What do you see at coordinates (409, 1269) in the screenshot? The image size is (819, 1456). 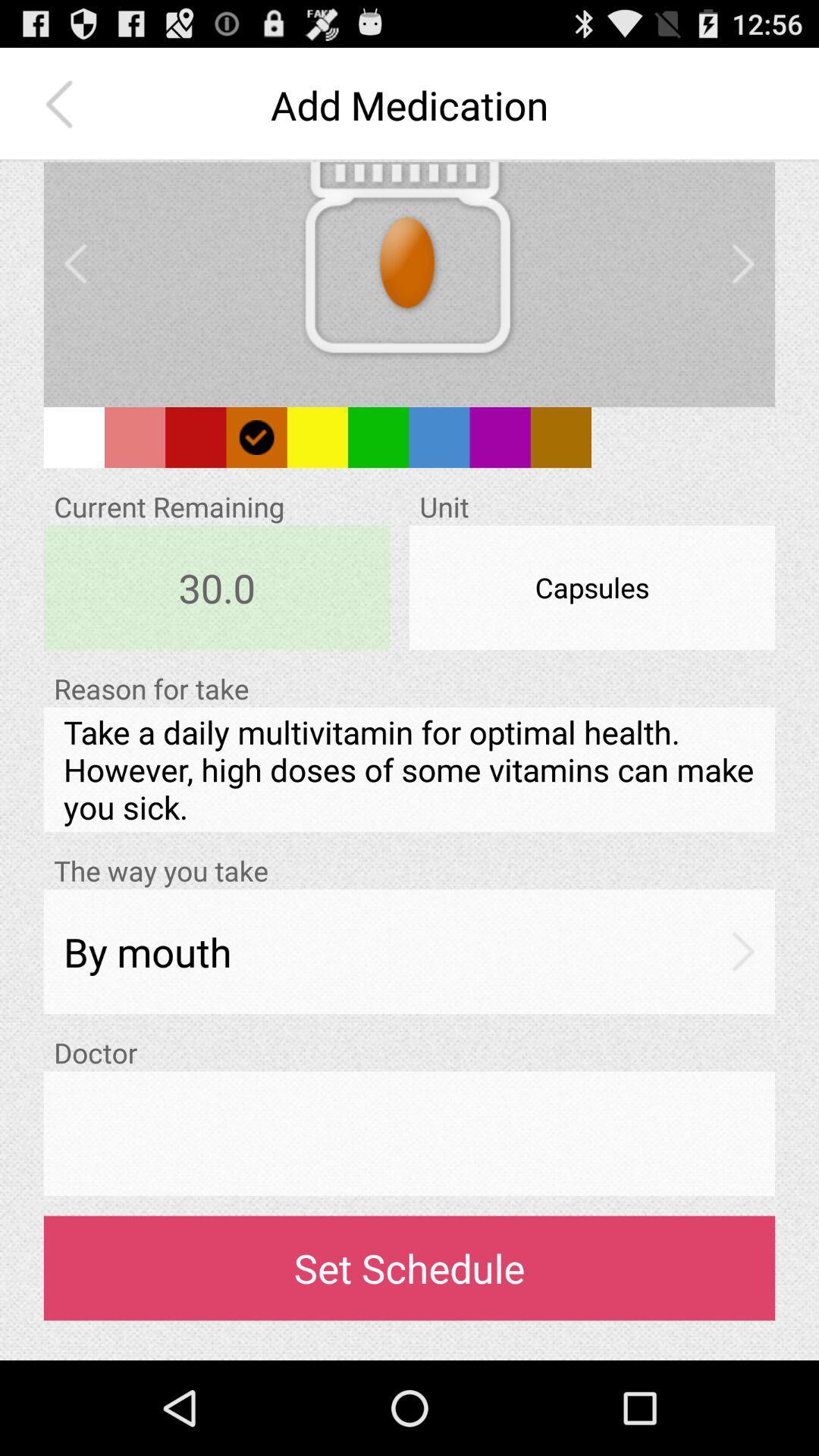 I see `the bottom button` at bounding box center [409, 1269].